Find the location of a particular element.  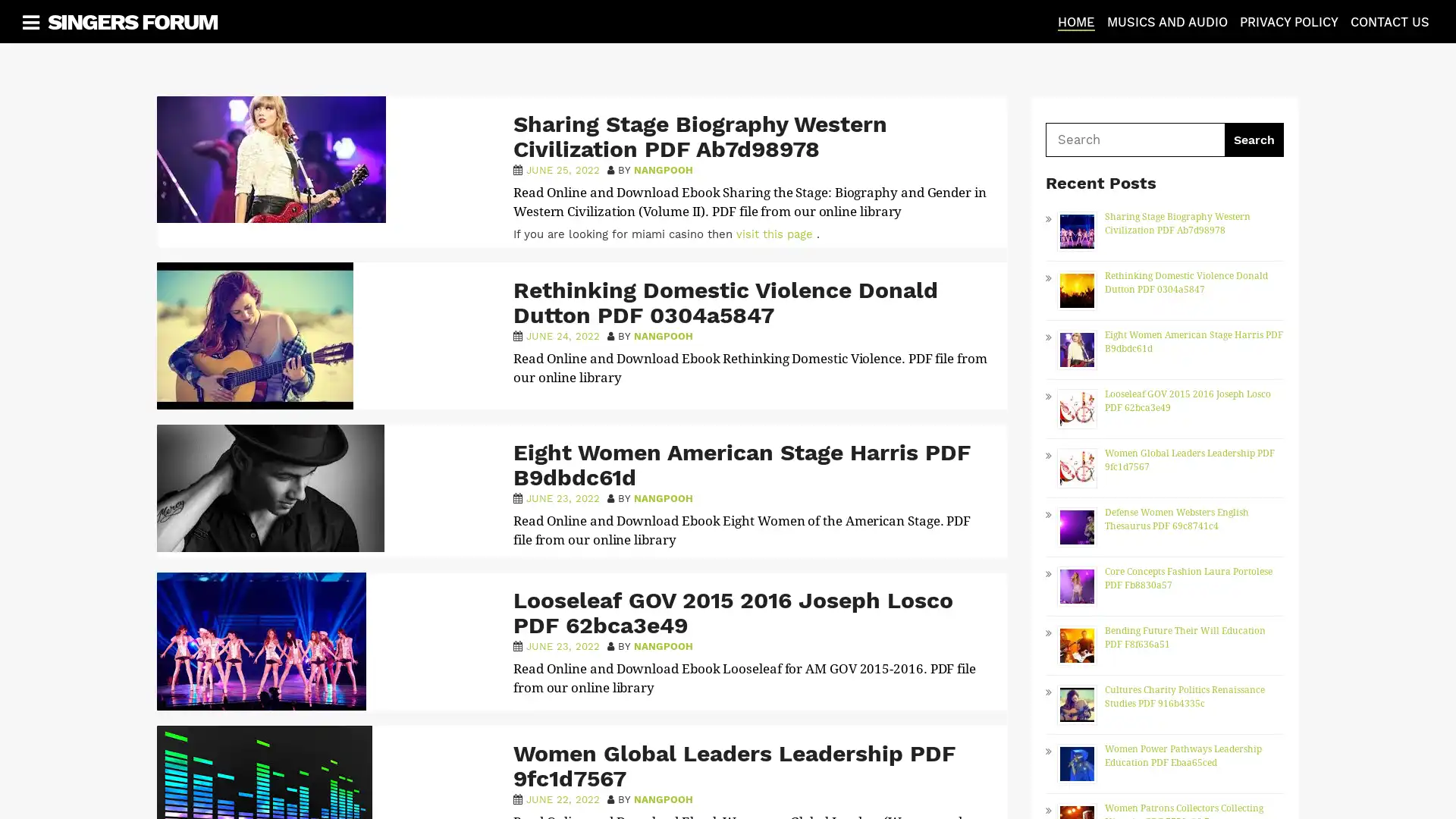

Search is located at coordinates (1254, 140).